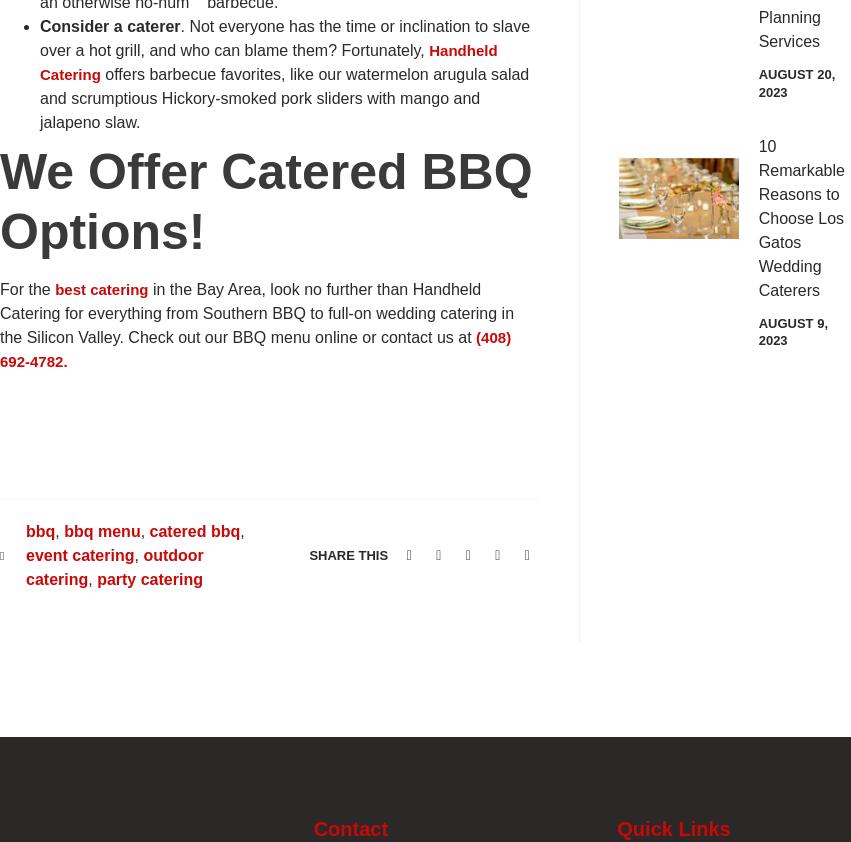 This screenshot has height=842, width=851. I want to click on 'offers barbecue favorites, like our watermelon arugula salad and scrumptious Hickory-smoked pork sliders with mango and jalapeno slaw.', so click(284, 97).